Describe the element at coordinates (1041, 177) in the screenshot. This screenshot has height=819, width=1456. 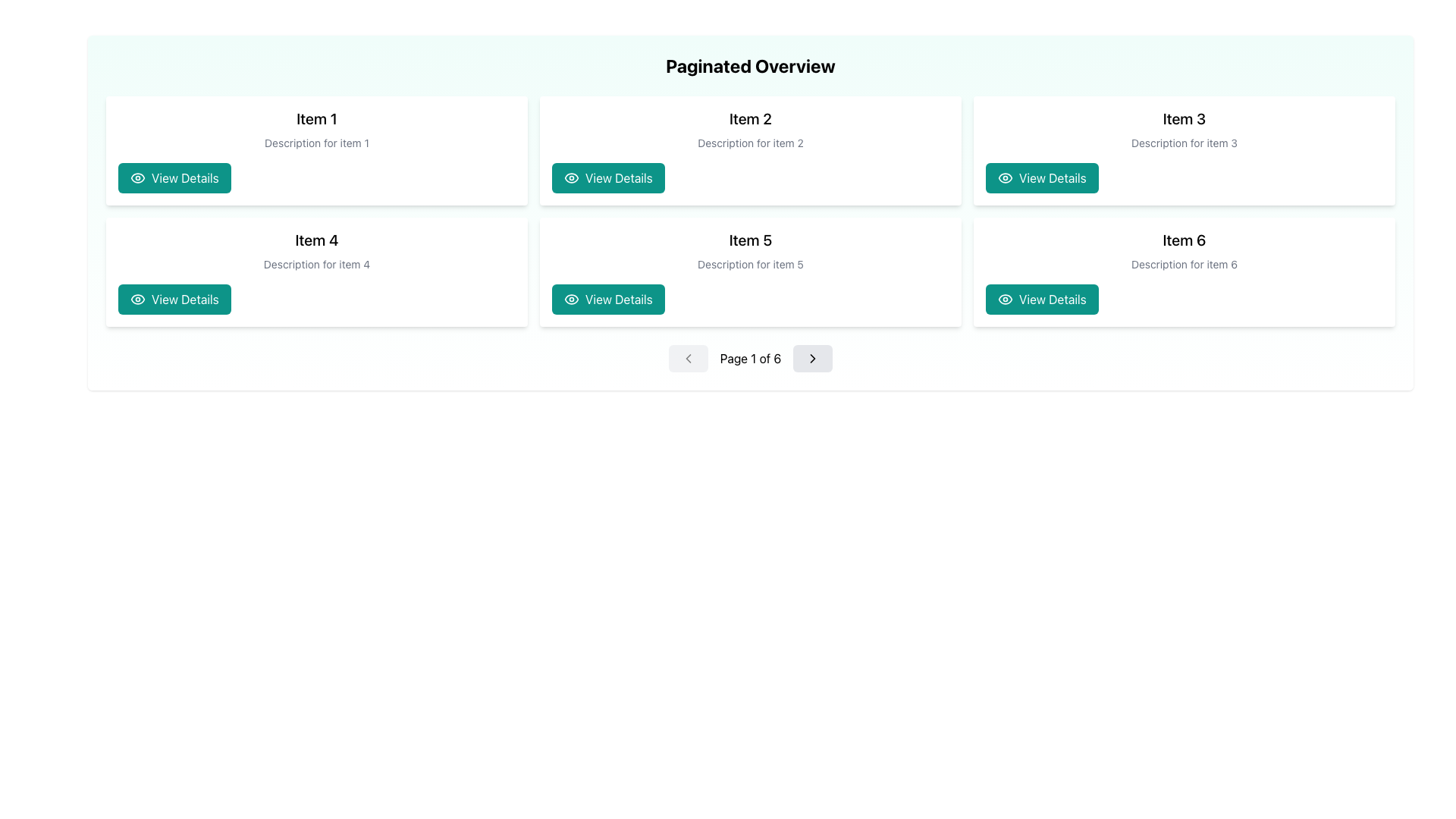
I see `the teal-colored 'View Details' button with an eye icon located in the bottom-right corner of the 'Item 3' card to activate hover effects` at that location.